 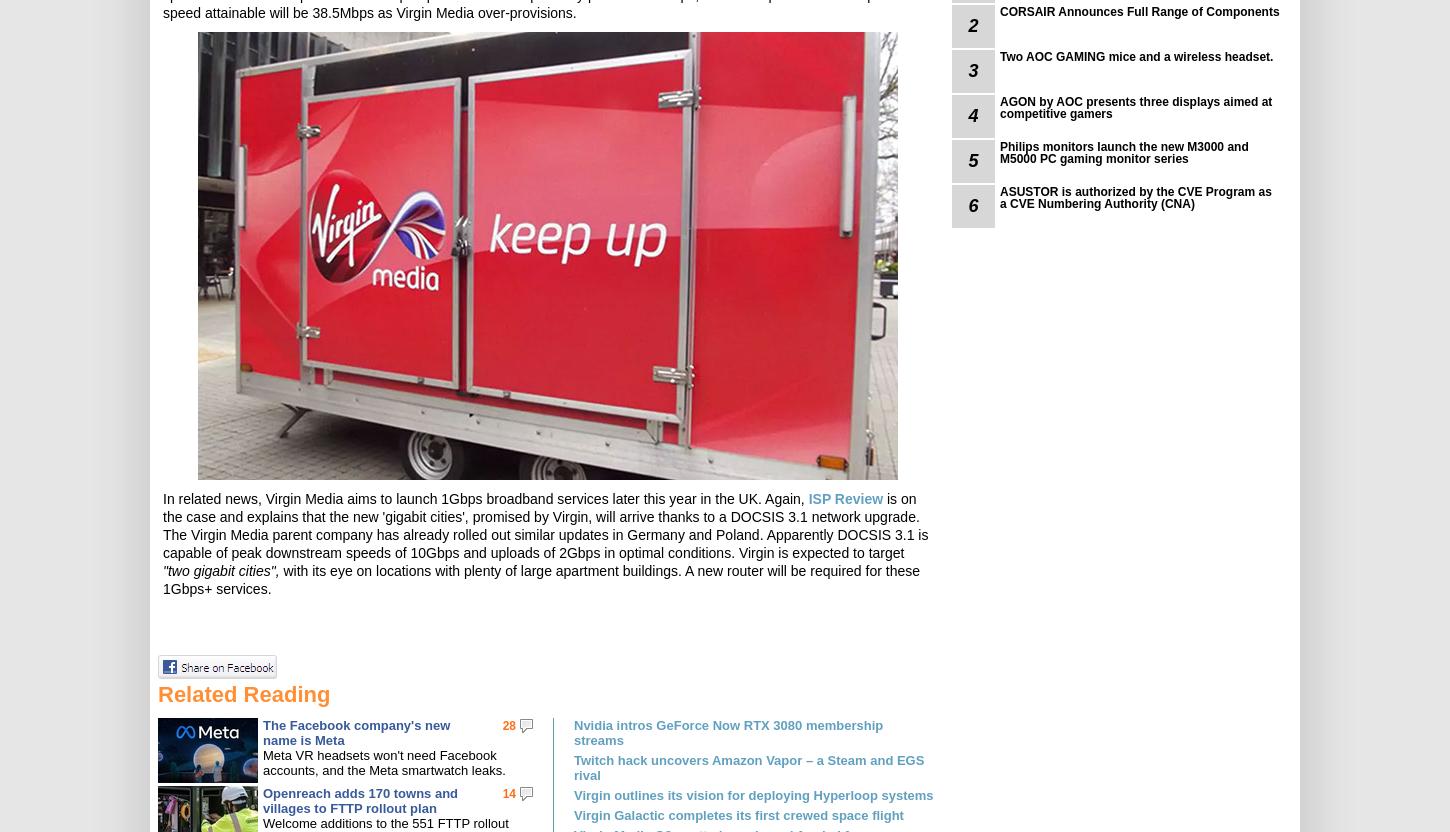 I want to click on 'CORSAIR Announces Full Range of Components', so click(x=1000, y=11).